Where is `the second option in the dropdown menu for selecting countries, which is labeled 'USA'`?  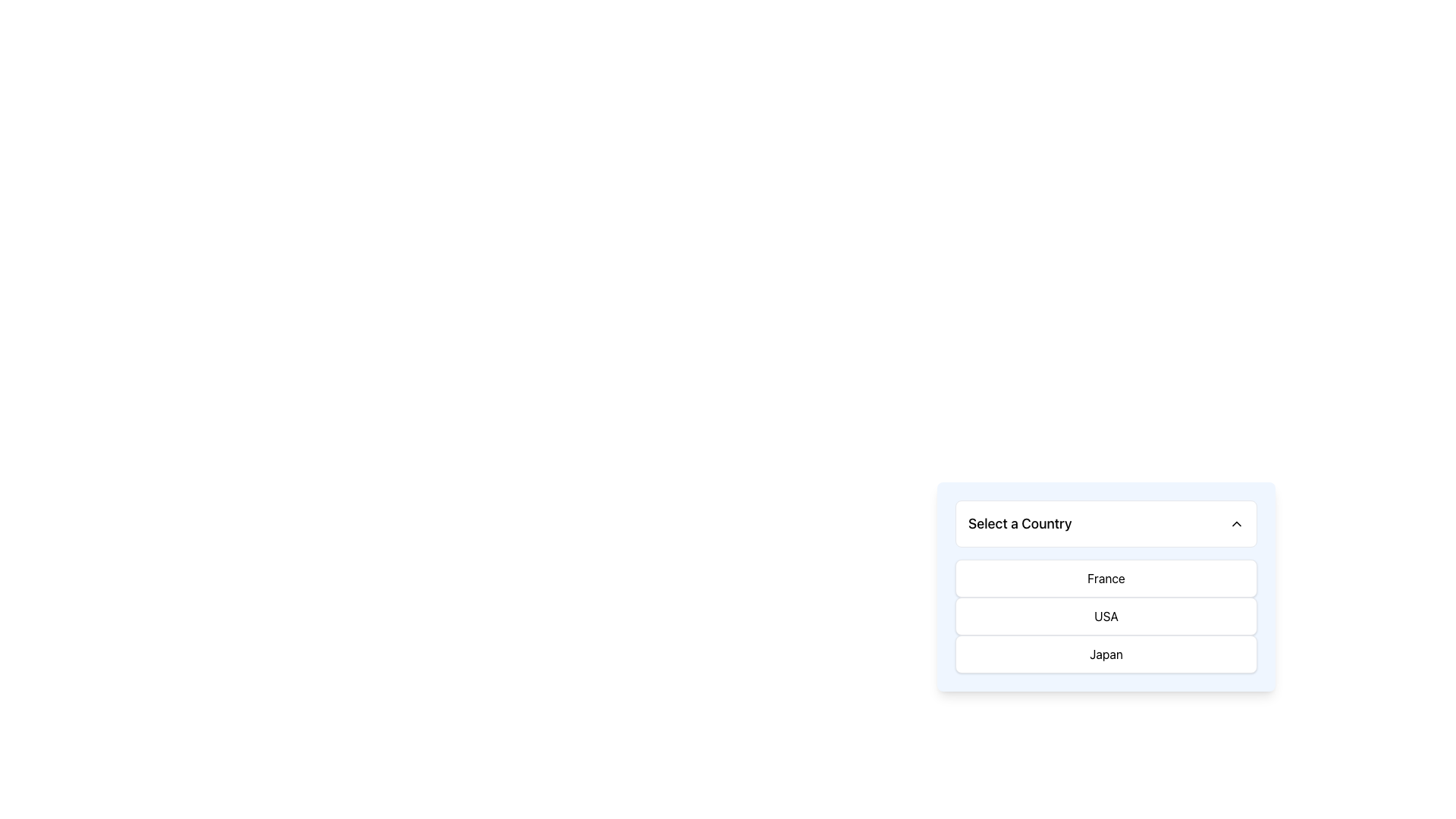 the second option in the dropdown menu for selecting countries, which is labeled 'USA' is located at coordinates (1106, 617).